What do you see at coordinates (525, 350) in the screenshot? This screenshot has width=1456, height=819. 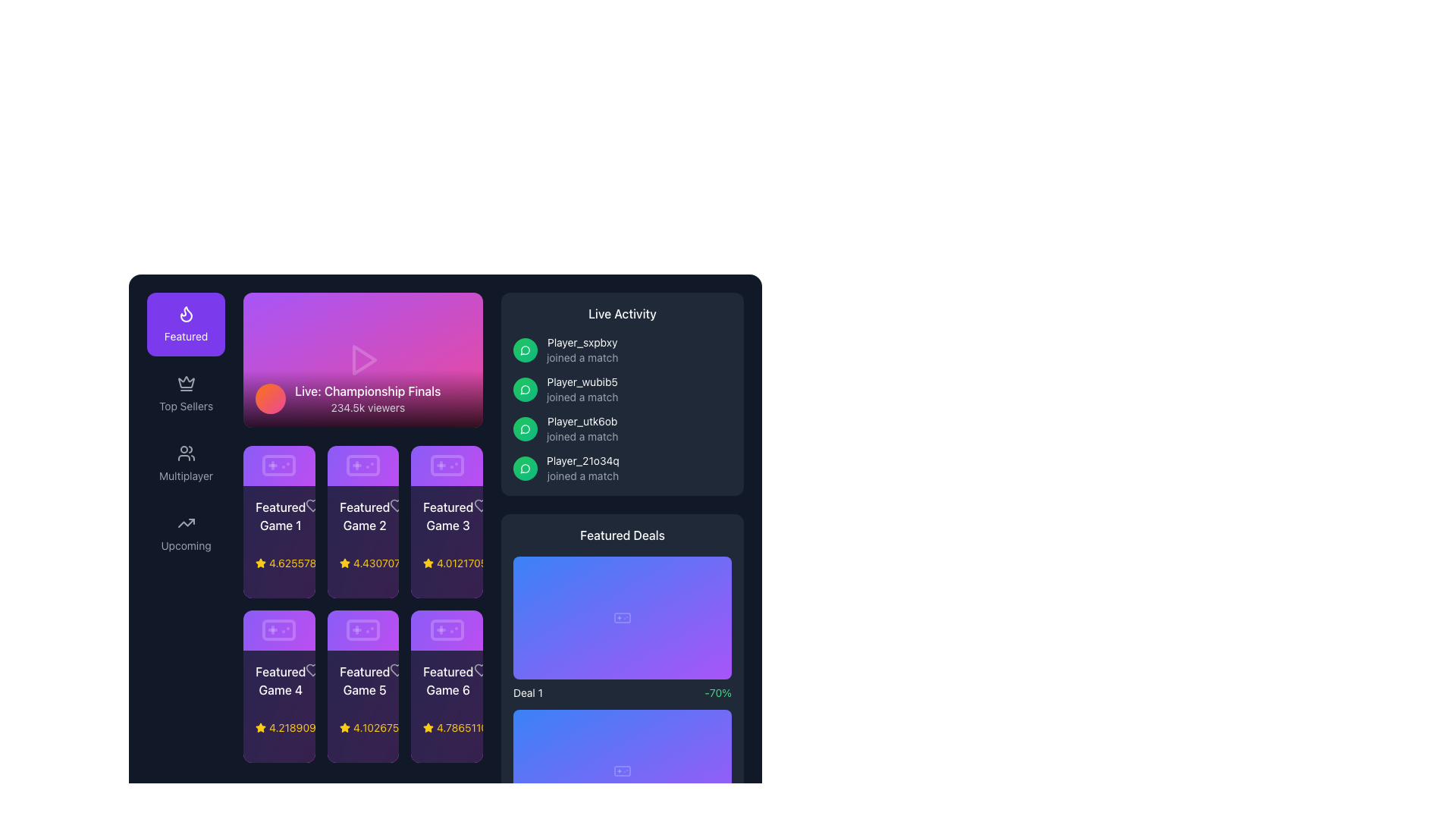 I see `the first circular green gradient icon with a speech bubble outline in the 'Live Activity' section, positioned to the left of 'Player_sxpbxy joined a match.'` at bounding box center [525, 350].